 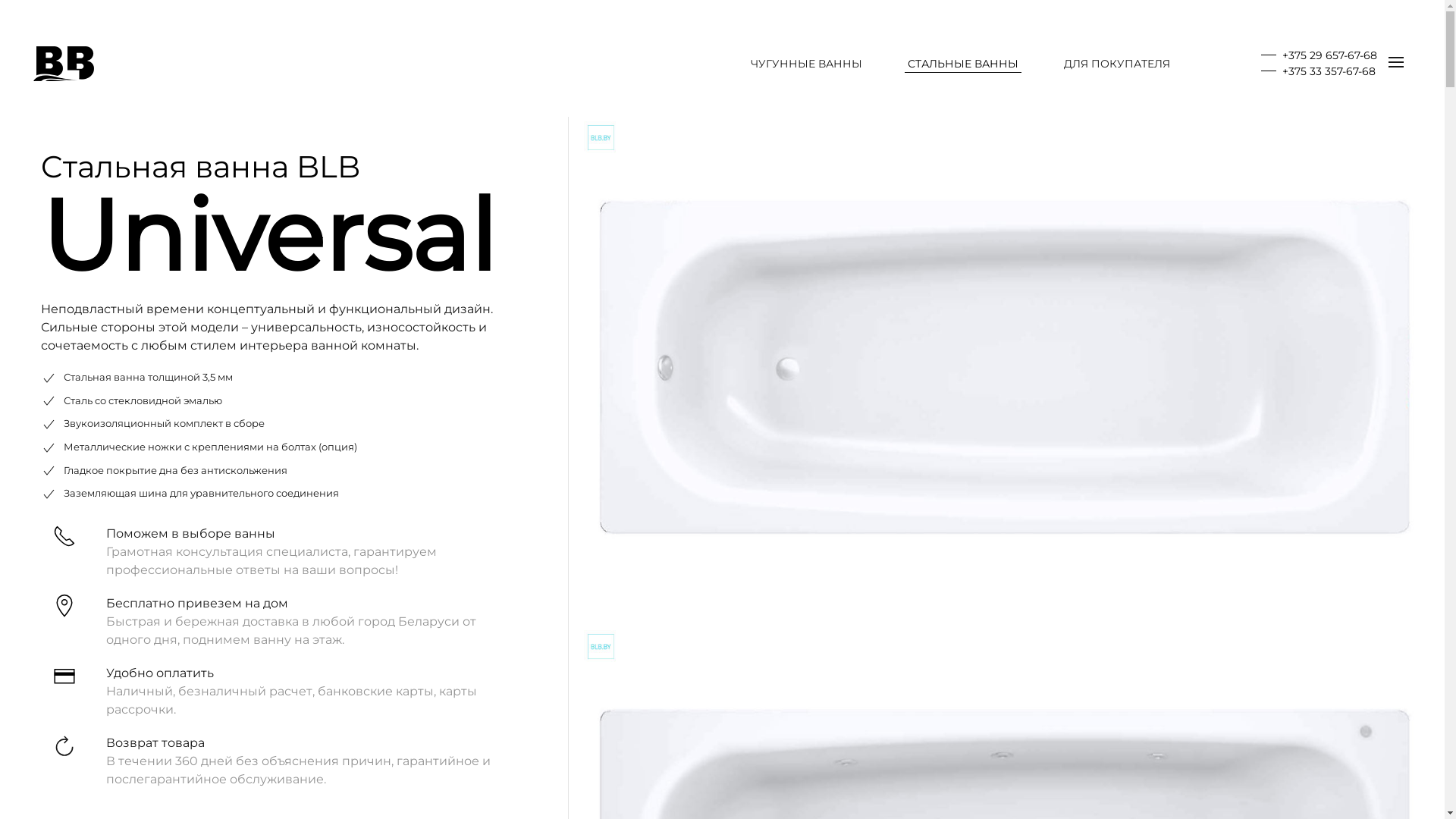 What do you see at coordinates (1318, 55) in the screenshot?
I see `'+375 29 657-67-68'` at bounding box center [1318, 55].